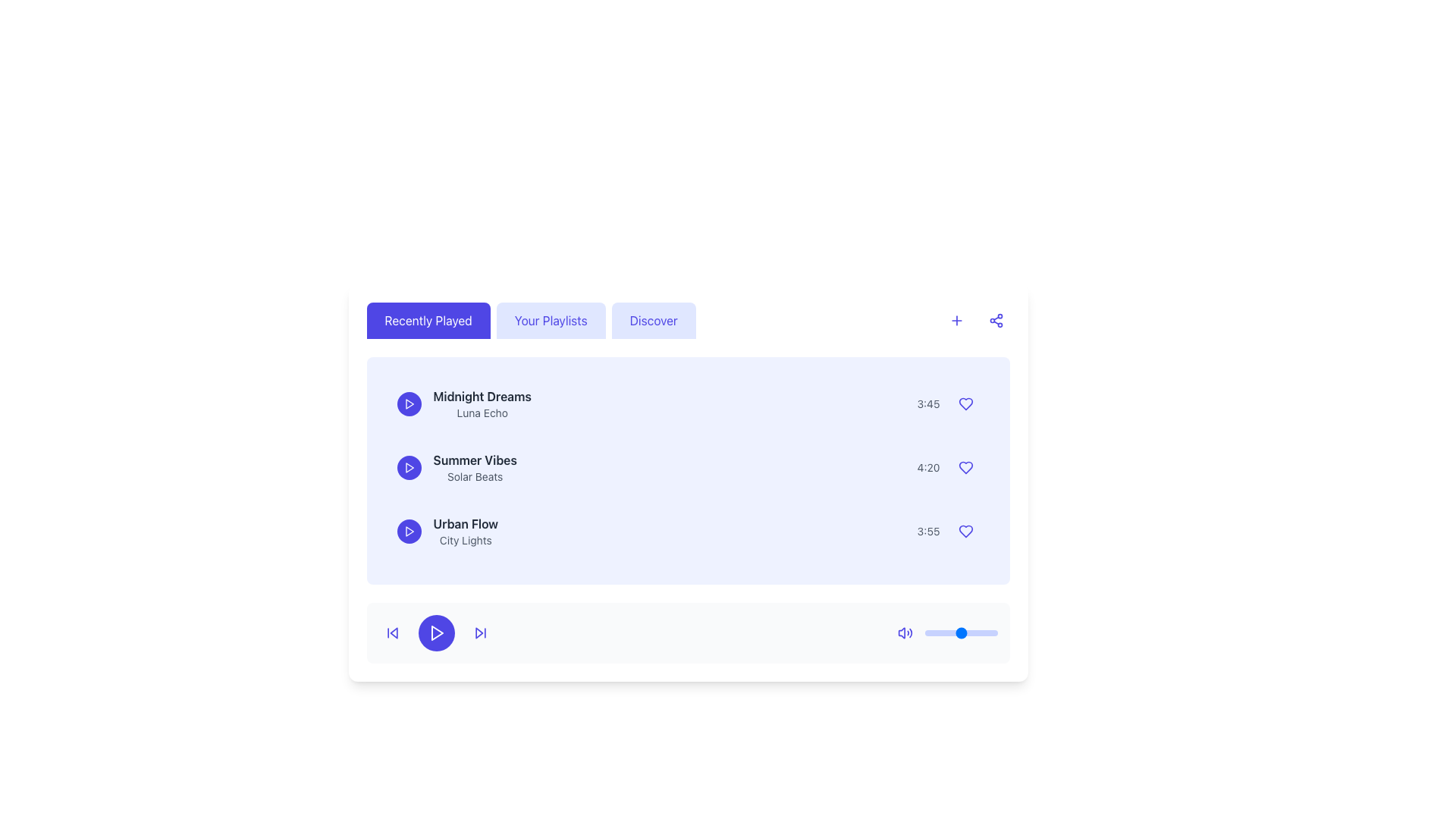  I want to click on text content of the text label located between the items 'Midnight Dreams' and 'Urban Flow' in the list, so click(456, 467).